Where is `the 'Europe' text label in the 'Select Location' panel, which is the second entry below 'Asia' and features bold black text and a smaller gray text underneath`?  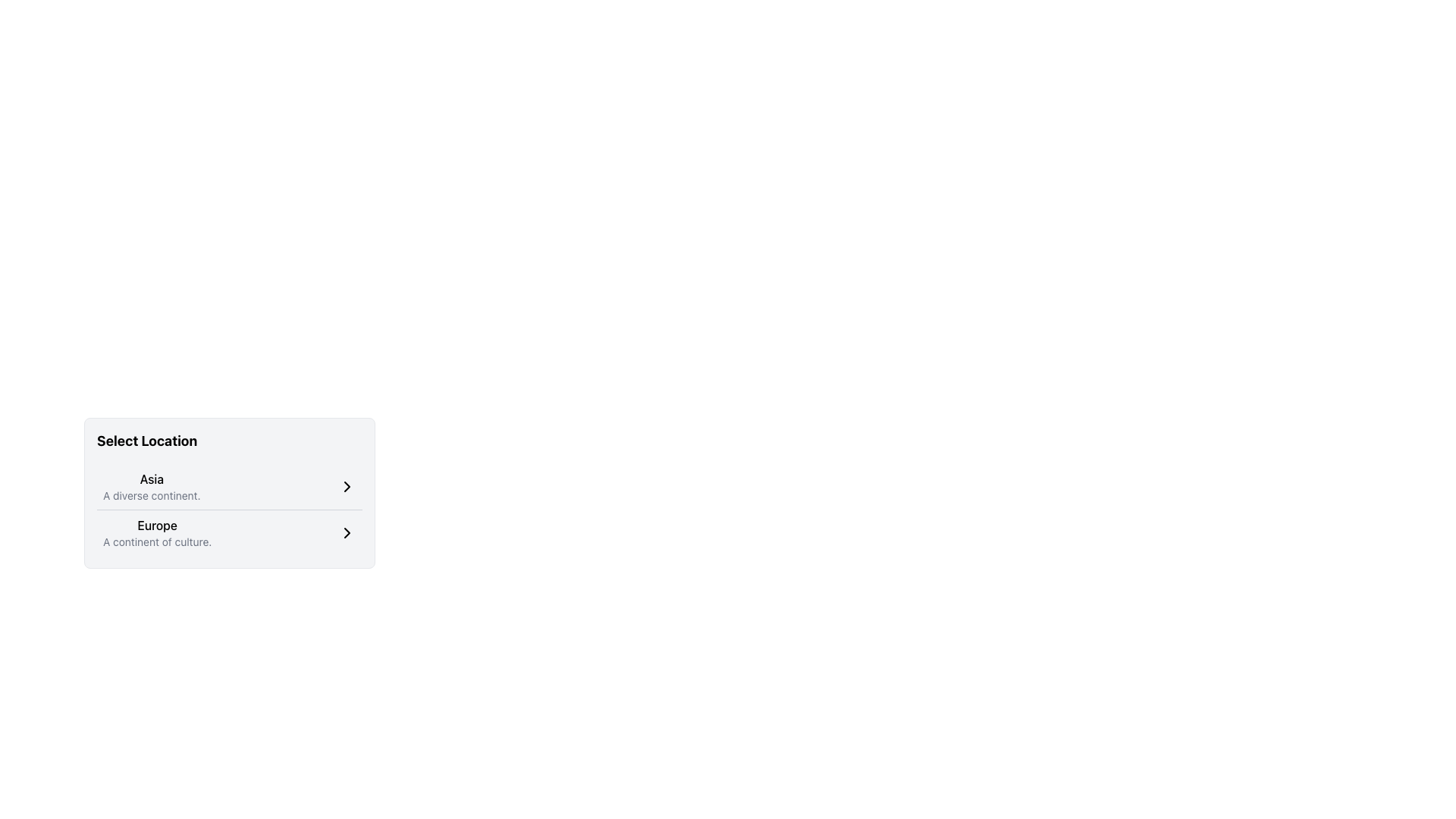
the 'Europe' text label in the 'Select Location' panel, which is the second entry below 'Asia' and features bold black text and a smaller gray text underneath is located at coordinates (157, 532).